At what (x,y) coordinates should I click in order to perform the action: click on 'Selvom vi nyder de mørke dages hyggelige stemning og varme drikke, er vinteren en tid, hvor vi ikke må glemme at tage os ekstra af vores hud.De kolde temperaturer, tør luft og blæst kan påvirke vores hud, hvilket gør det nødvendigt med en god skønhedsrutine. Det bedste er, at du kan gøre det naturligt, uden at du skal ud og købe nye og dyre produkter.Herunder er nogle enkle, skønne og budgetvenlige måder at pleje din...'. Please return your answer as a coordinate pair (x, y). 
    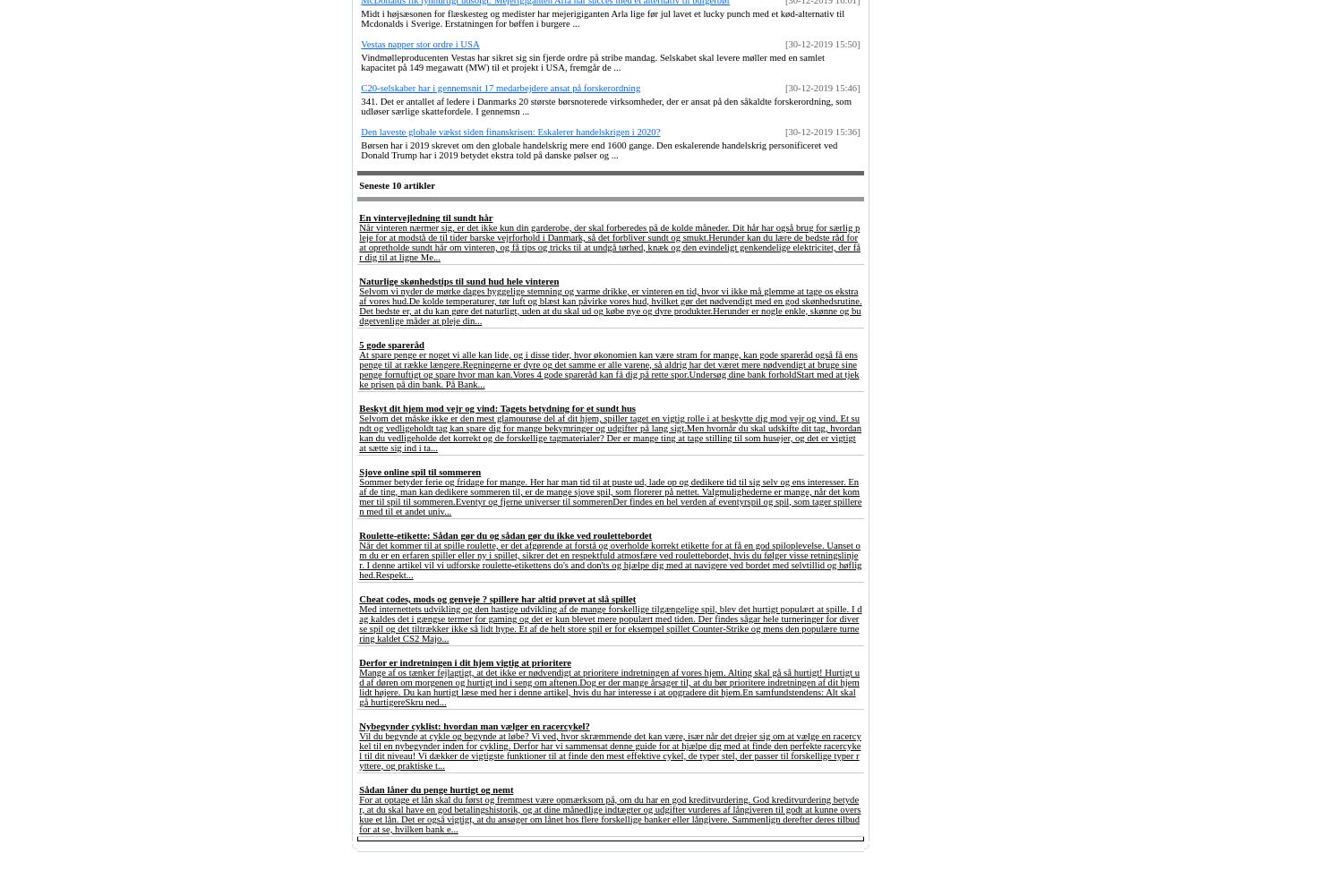
    Looking at the image, I should click on (610, 305).